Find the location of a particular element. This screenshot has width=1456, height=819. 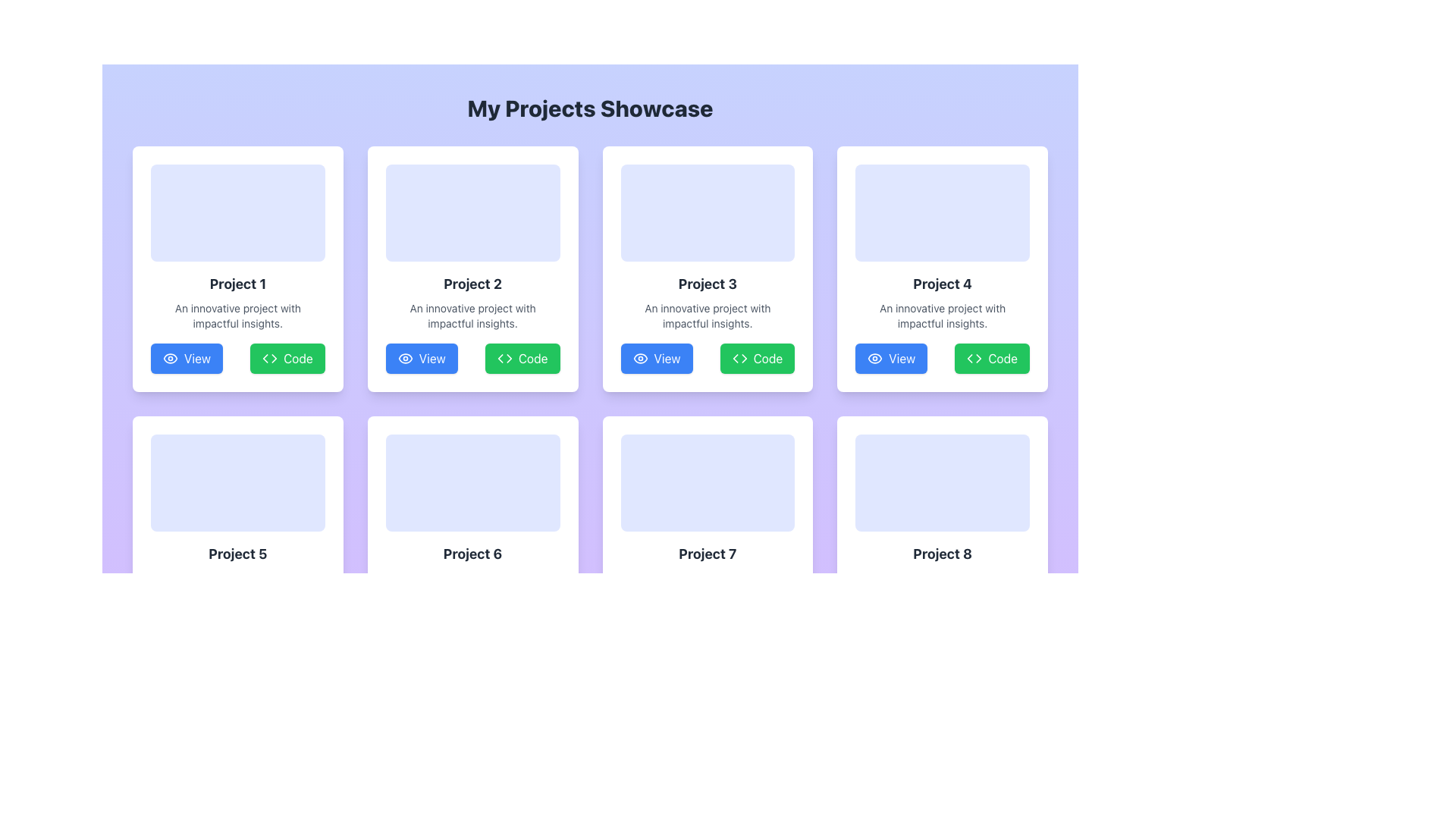

the 'View' icon located below the 'Project 2' card in the second column of the first row in a grid layout is located at coordinates (405, 359).